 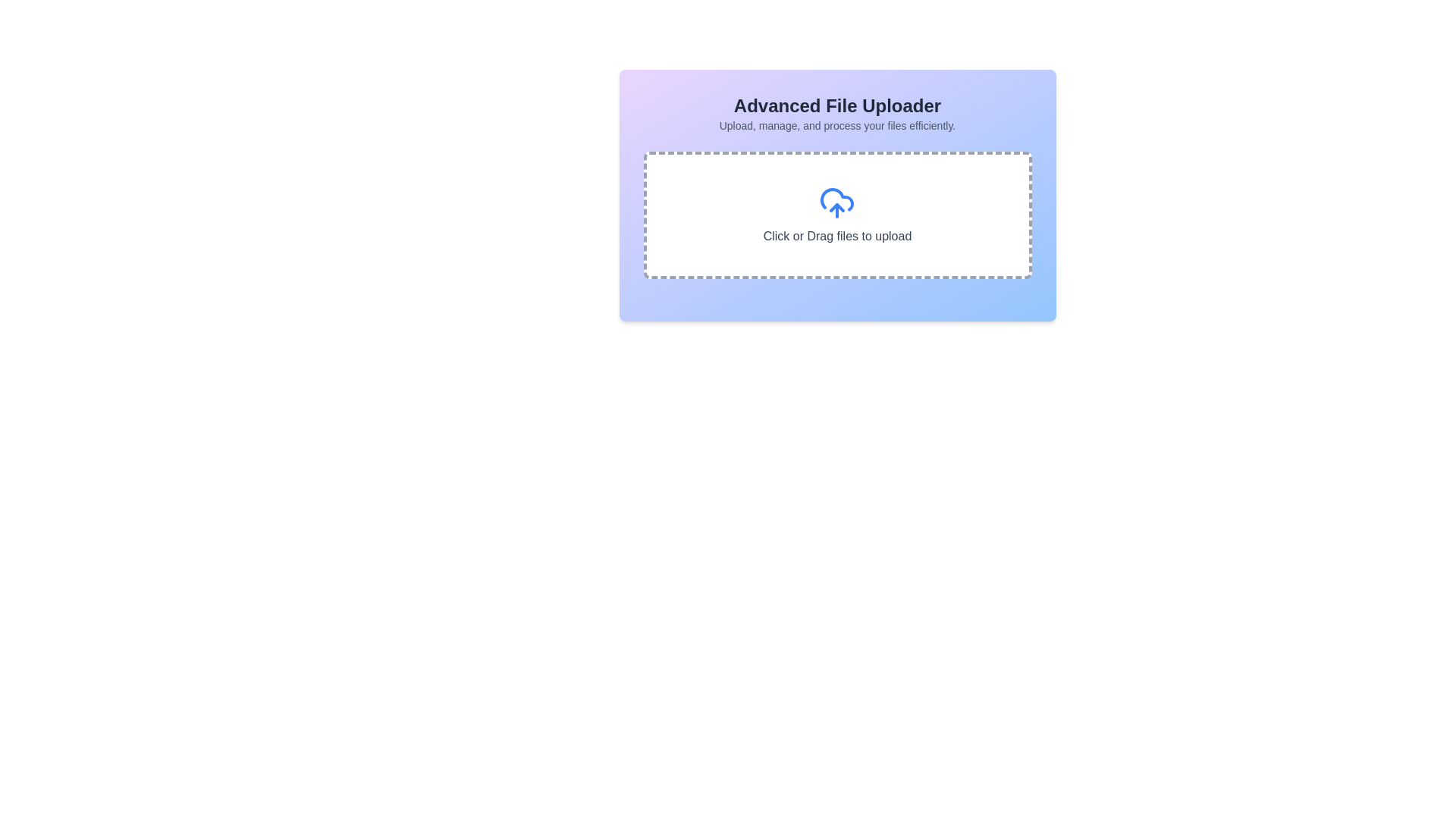 I want to click on the File upload zone located under the 'Advanced File Uploader' header, so click(x=836, y=215).